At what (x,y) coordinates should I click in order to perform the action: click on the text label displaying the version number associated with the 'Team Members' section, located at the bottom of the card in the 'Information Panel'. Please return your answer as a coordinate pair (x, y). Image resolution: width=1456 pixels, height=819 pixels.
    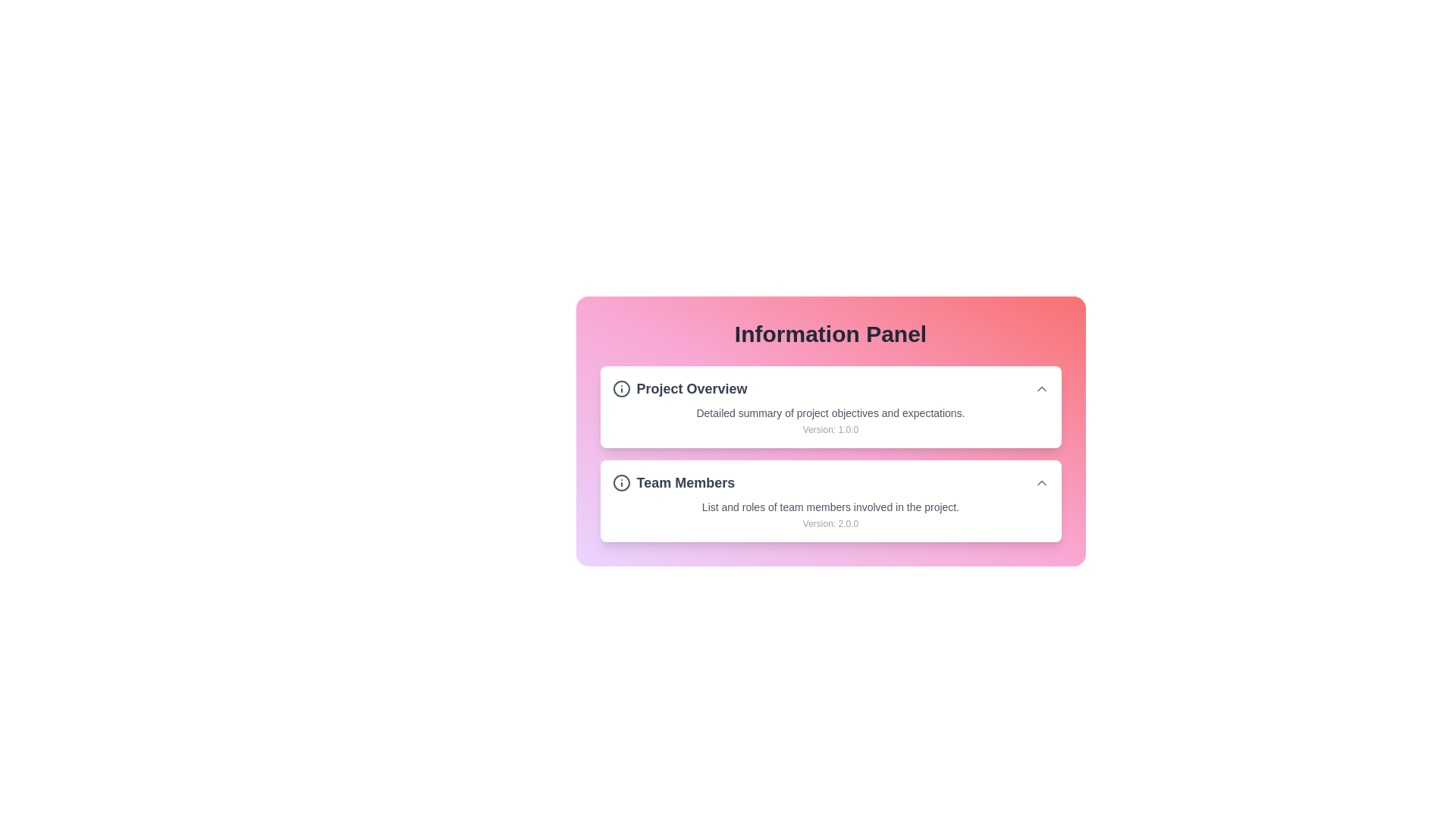
    Looking at the image, I should click on (830, 522).